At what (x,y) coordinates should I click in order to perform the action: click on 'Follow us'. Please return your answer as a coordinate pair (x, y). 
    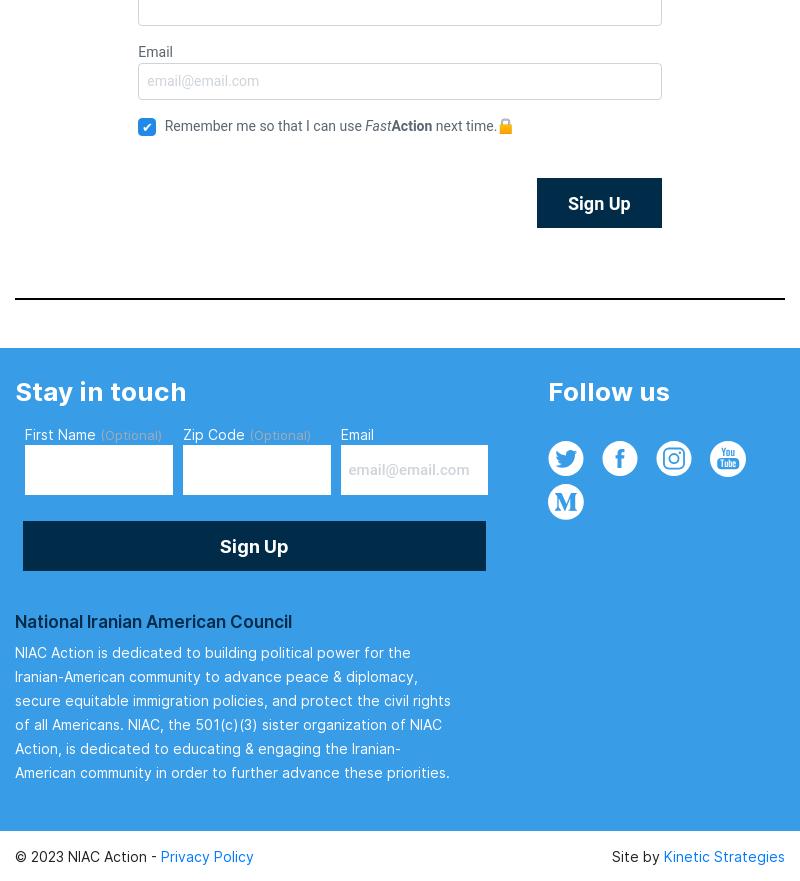
    Looking at the image, I should click on (608, 390).